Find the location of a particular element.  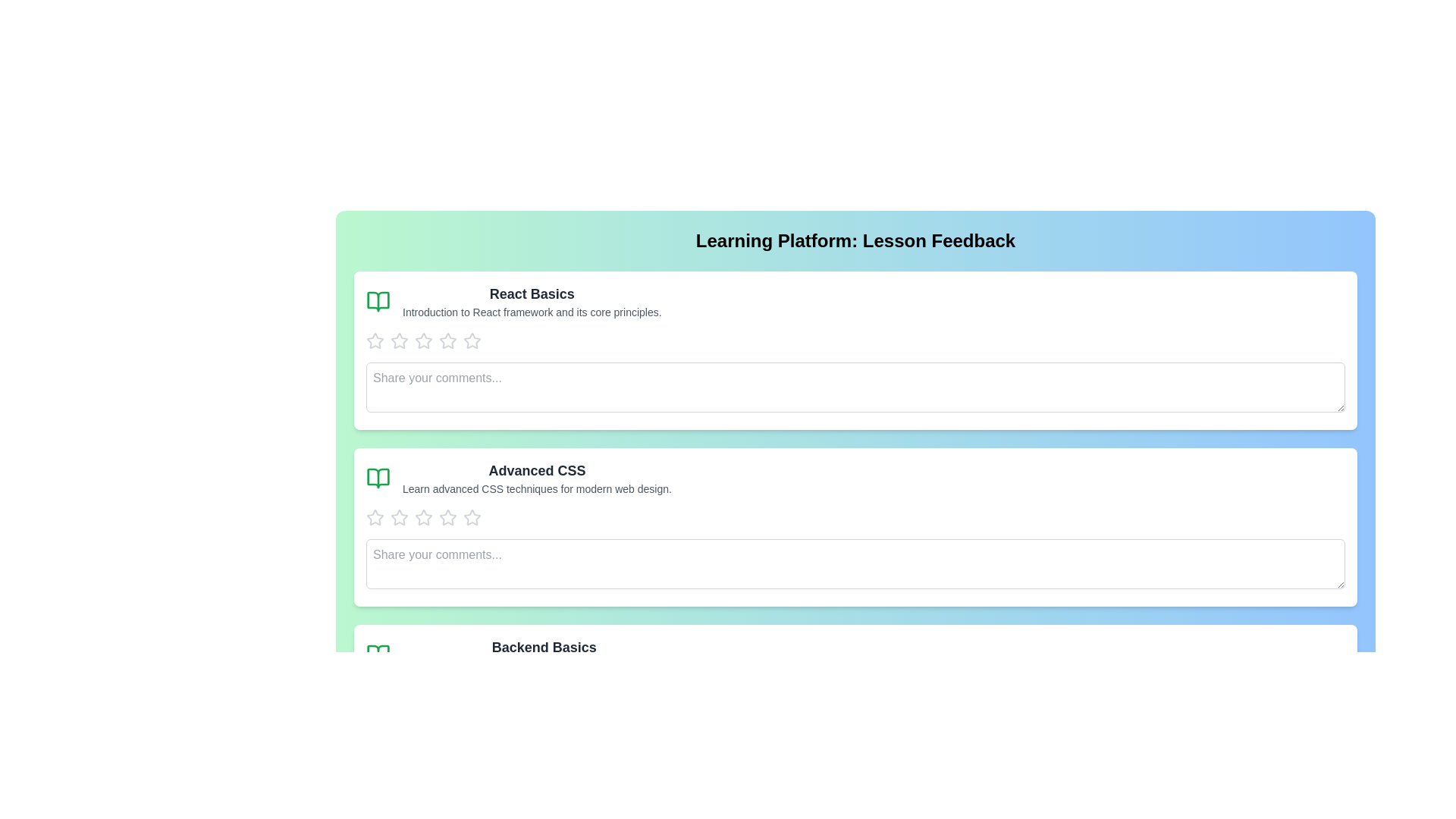

the green icon resembling an open book, located to the left of the 'Backend Basics' text block is located at coordinates (378, 654).